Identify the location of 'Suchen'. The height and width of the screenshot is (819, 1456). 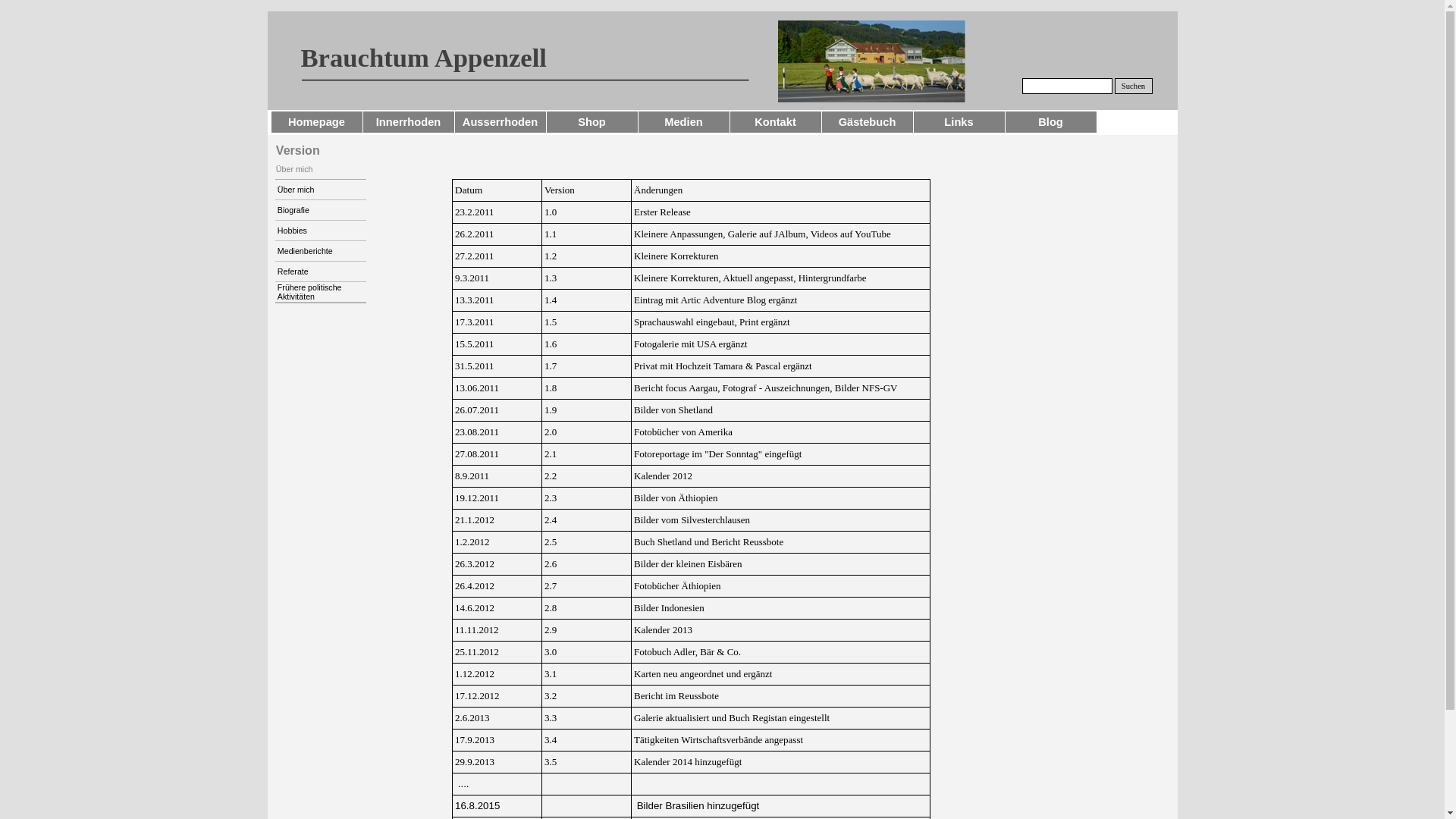
(1114, 86).